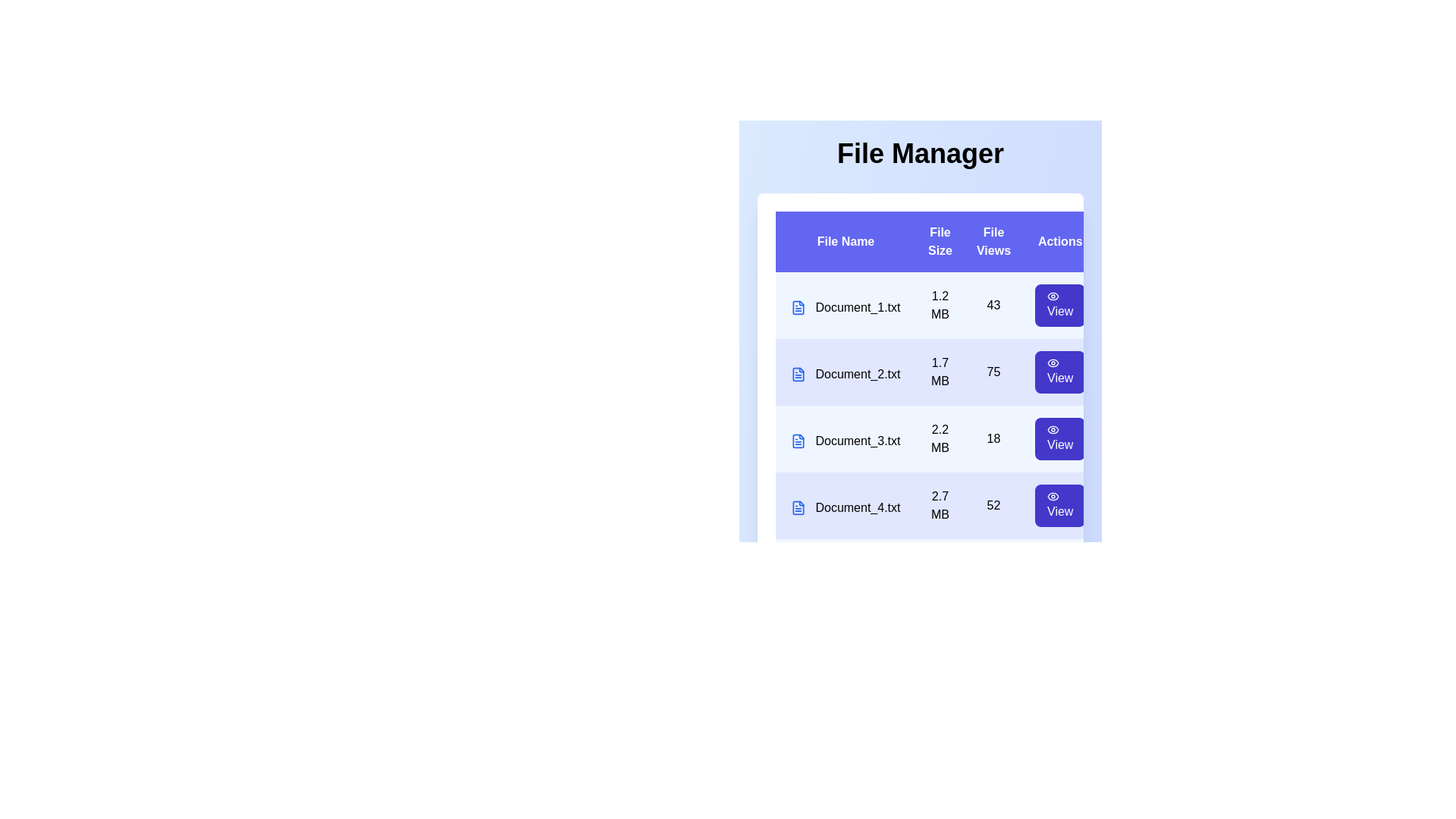 This screenshot has width=1456, height=819. I want to click on the 'View' button corresponding to the file with name Document_3.txt, so click(1059, 438).